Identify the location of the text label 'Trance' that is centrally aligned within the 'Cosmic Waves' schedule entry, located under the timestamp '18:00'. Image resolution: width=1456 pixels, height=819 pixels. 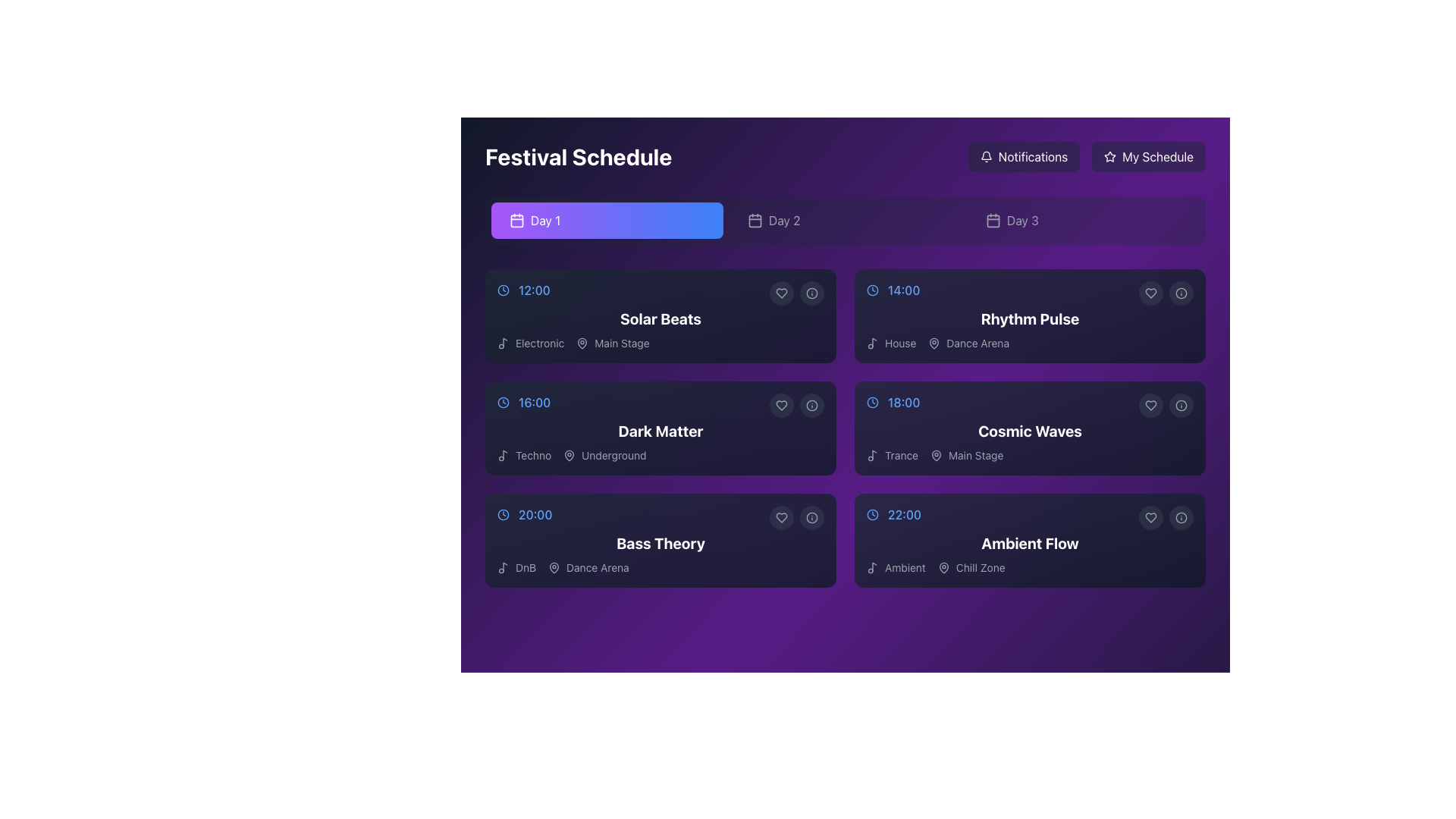
(902, 455).